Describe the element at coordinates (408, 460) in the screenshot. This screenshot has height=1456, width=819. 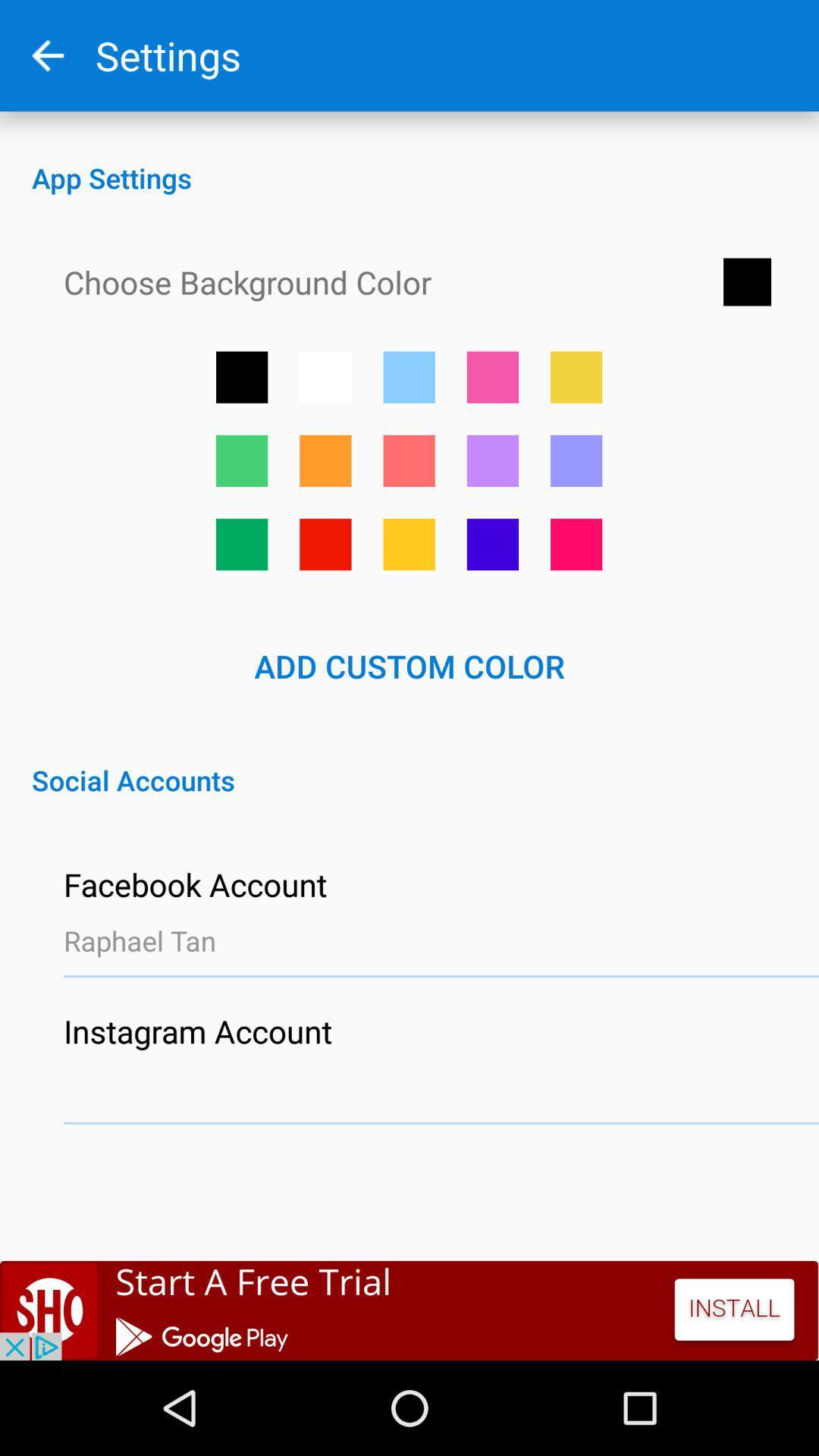
I see `button` at that location.